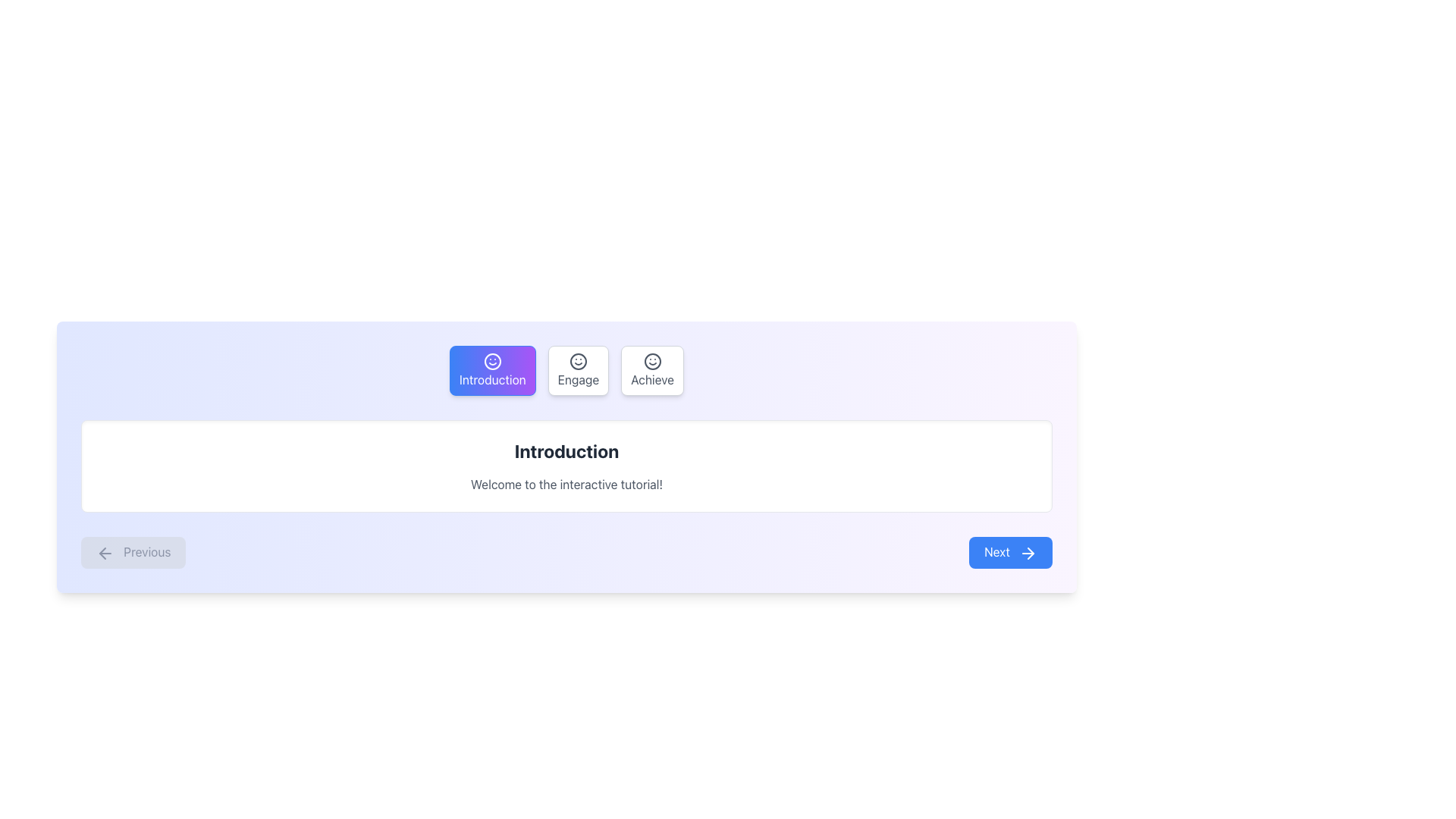  I want to click on the 'Next' button, so click(1011, 552).